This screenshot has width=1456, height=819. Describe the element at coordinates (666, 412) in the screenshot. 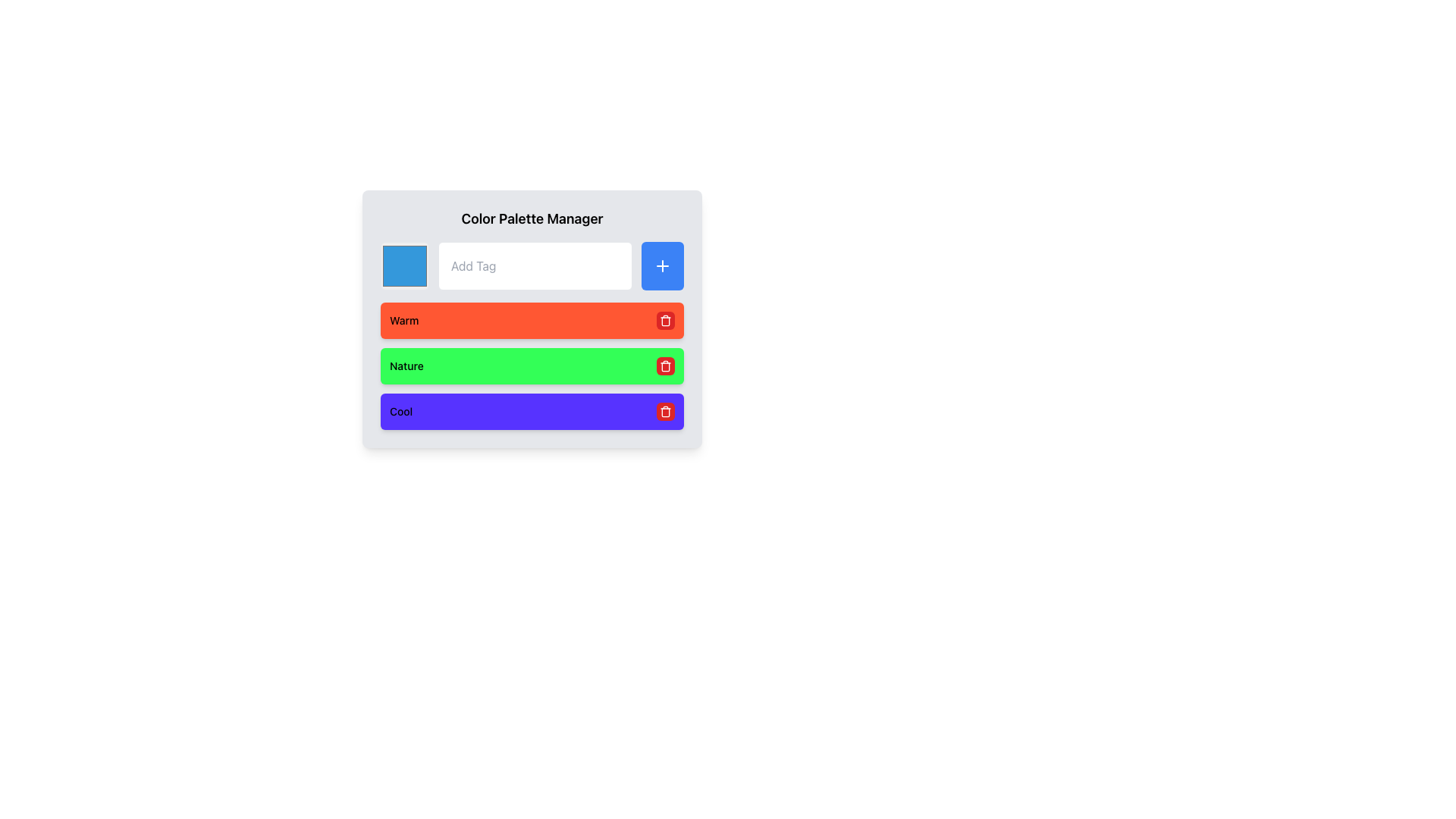

I see `the delete button located at the right-most end of the 'Cool' section in the bottom-most item of the vertically stacked color-coded list` at that location.